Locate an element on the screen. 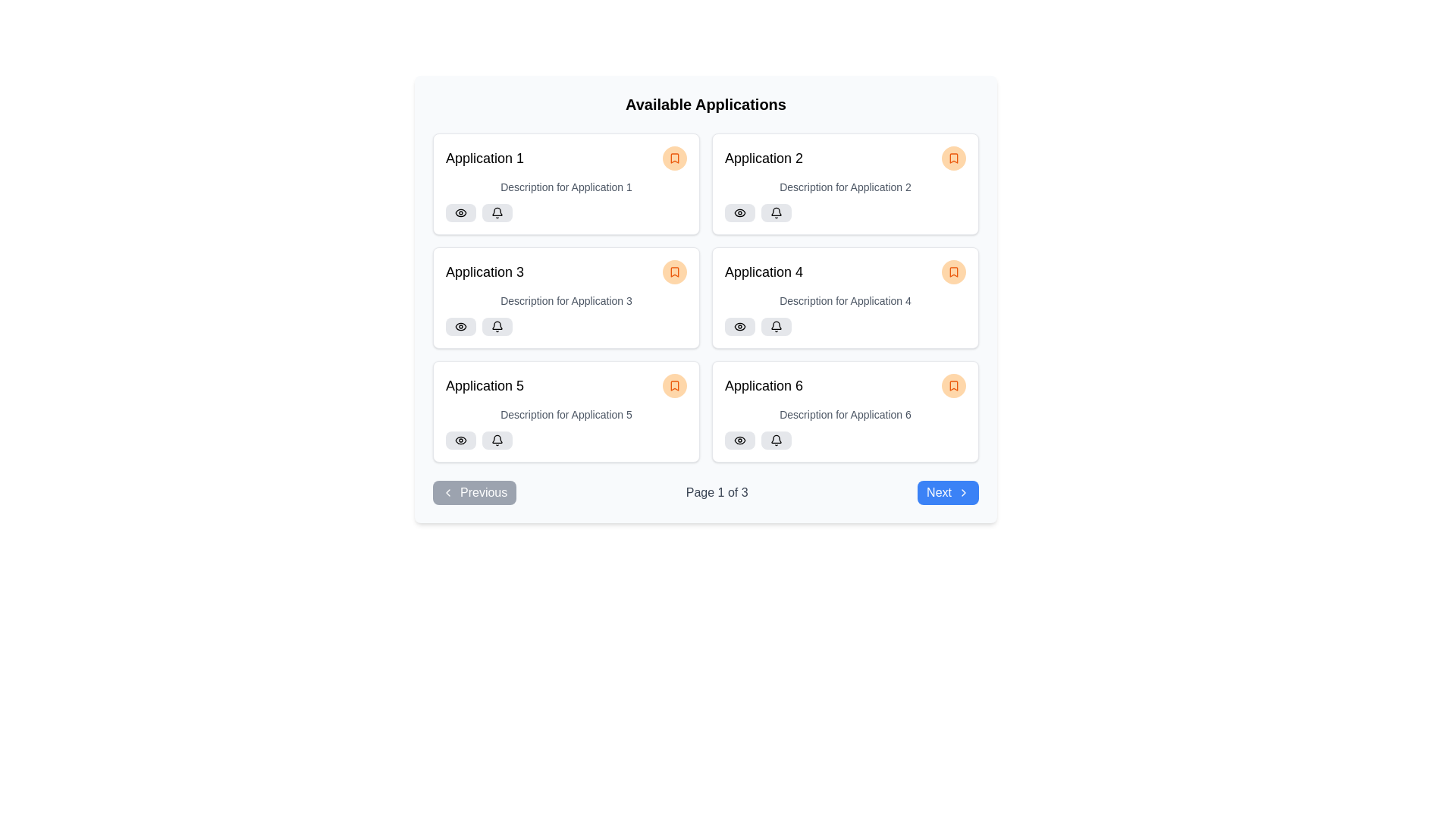 This screenshot has width=1456, height=819. the bookmark icon located in the upper-right corner of the 'Application 3' card, which allows users to save or mark items for later access is located at coordinates (673, 271).